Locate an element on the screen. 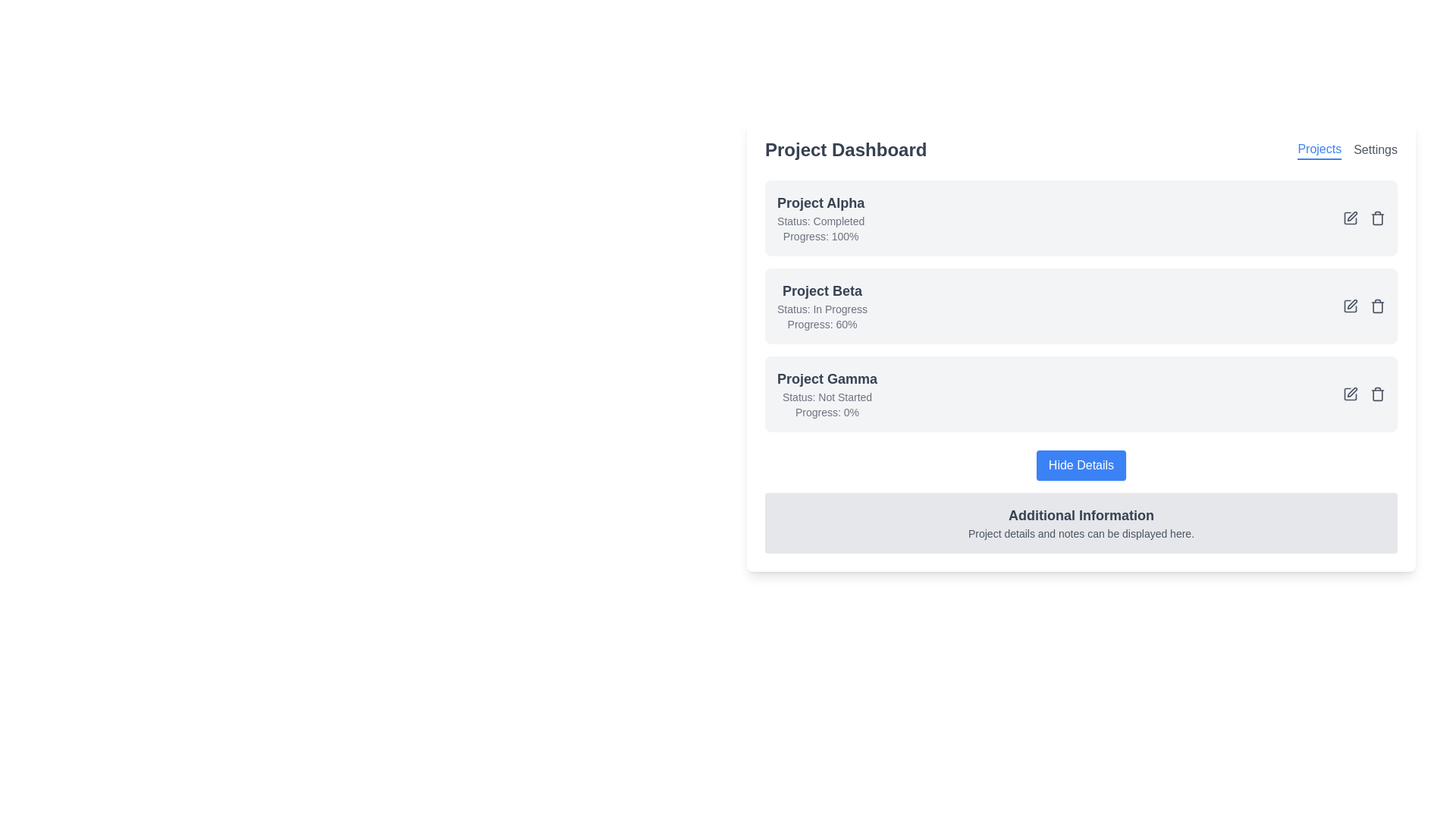 The height and width of the screenshot is (819, 1456). the editing action icon, which resembles a pen or pencil, located at the rightmost part of the 'Project Gamma' entry in the project list is located at coordinates (1352, 391).